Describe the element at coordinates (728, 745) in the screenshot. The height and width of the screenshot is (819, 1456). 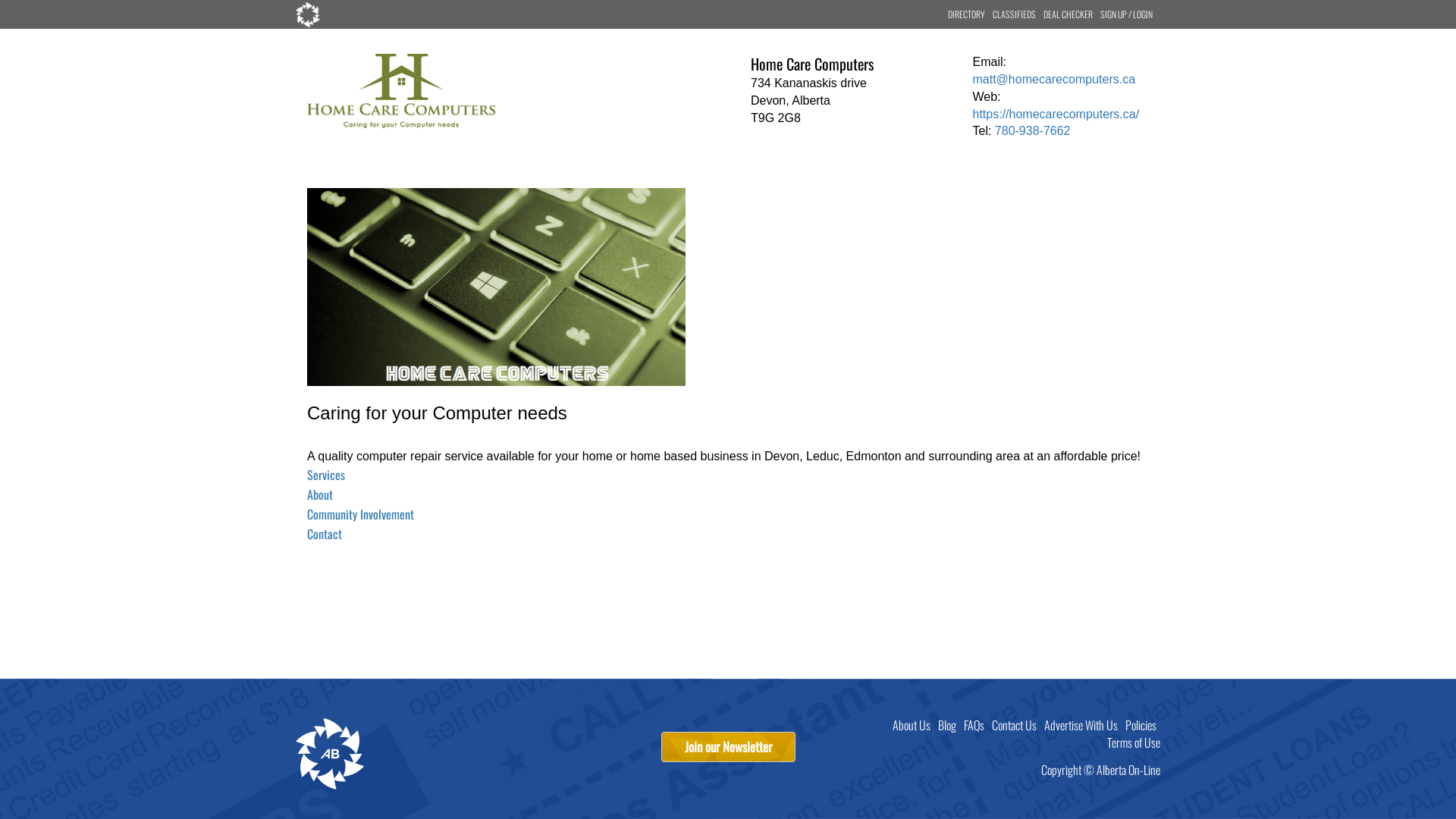
I see `'Join our Newsletter'` at that location.